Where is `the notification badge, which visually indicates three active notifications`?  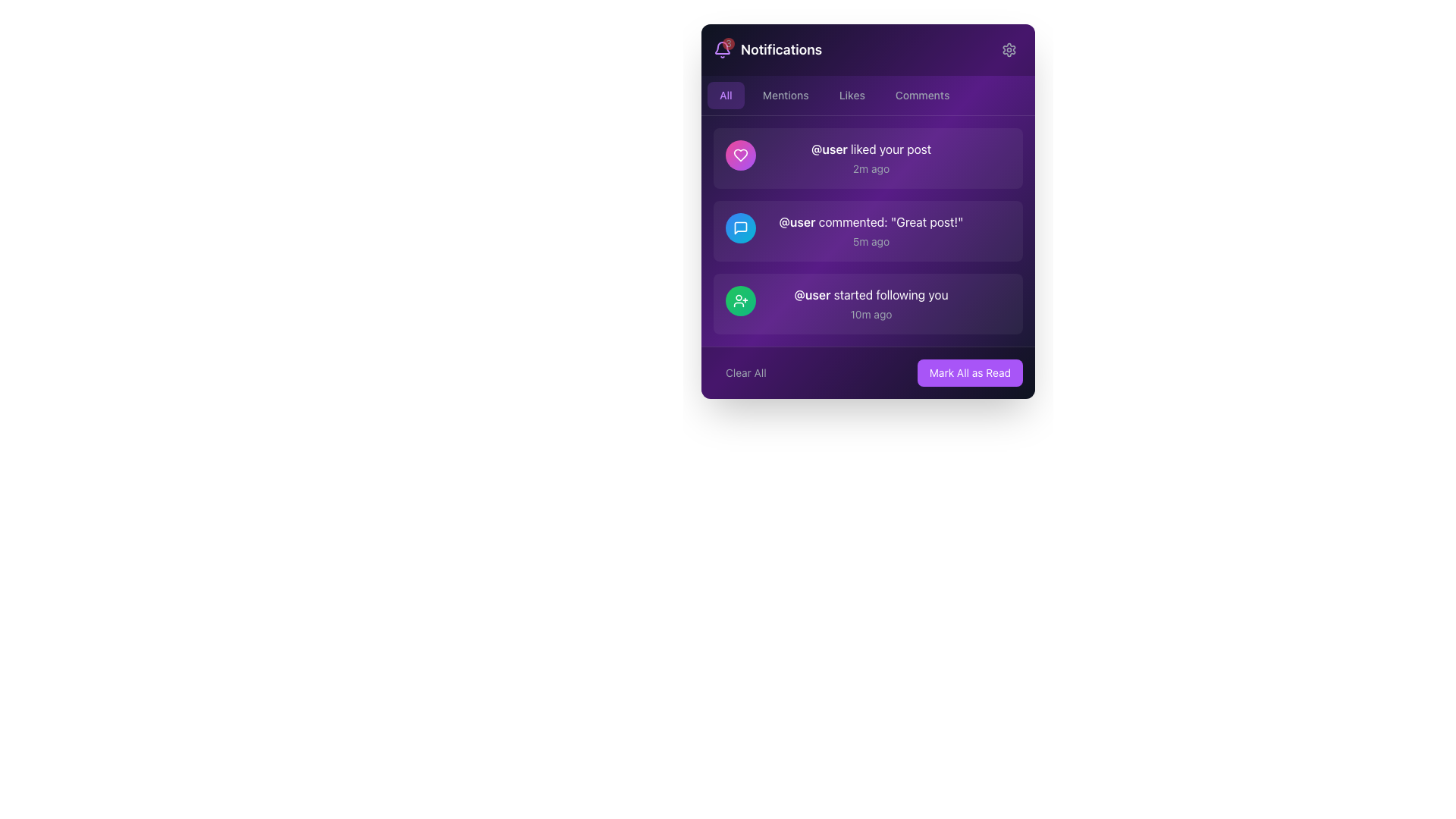
the notification badge, which visually indicates three active notifications is located at coordinates (728, 42).